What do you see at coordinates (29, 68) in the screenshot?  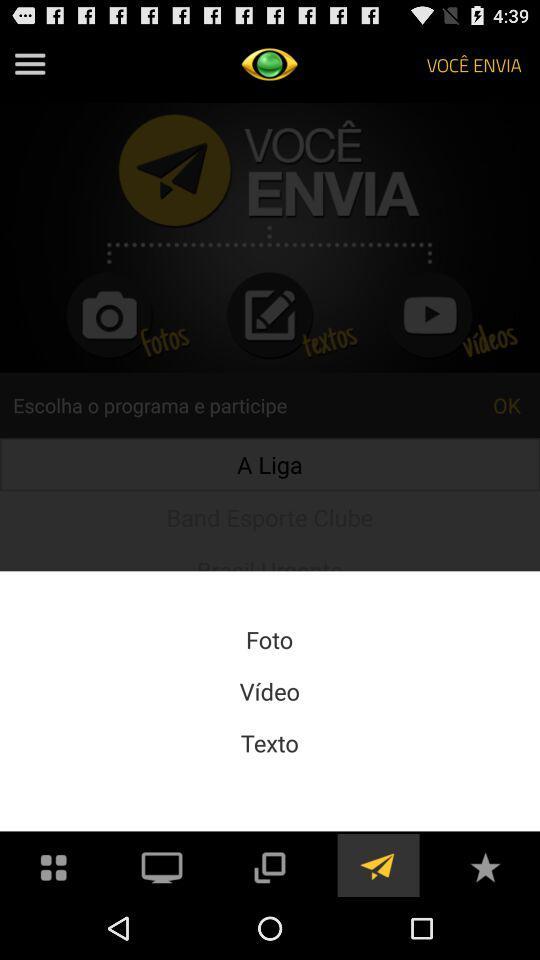 I see `the menu icon` at bounding box center [29, 68].